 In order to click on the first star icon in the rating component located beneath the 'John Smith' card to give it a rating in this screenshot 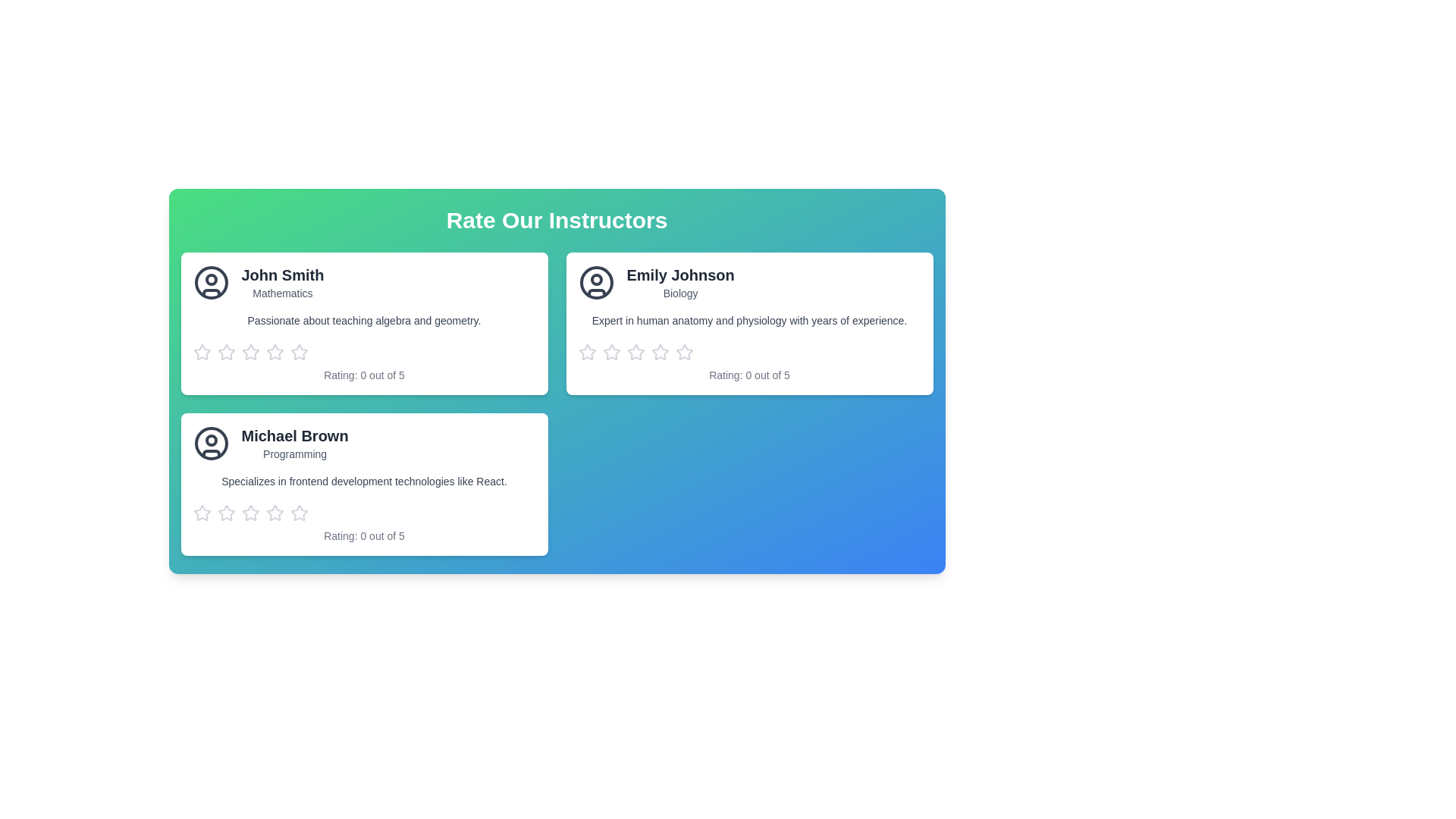, I will do `click(201, 353)`.